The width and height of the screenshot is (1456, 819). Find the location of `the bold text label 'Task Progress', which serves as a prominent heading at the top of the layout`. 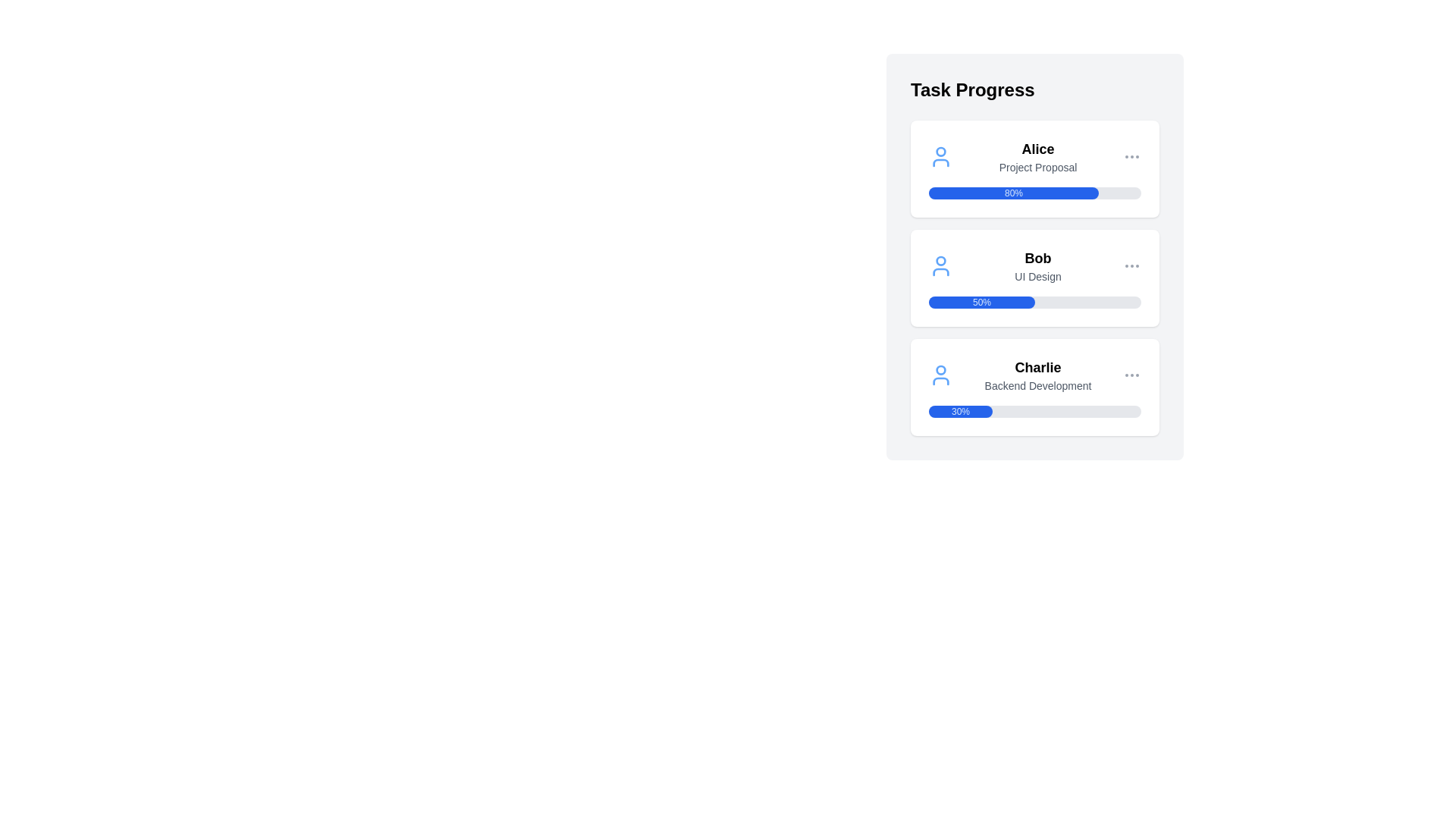

the bold text label 'Task Progress', which serves as a prominent heading at the top of the layout is located at coordinates (972, 90).